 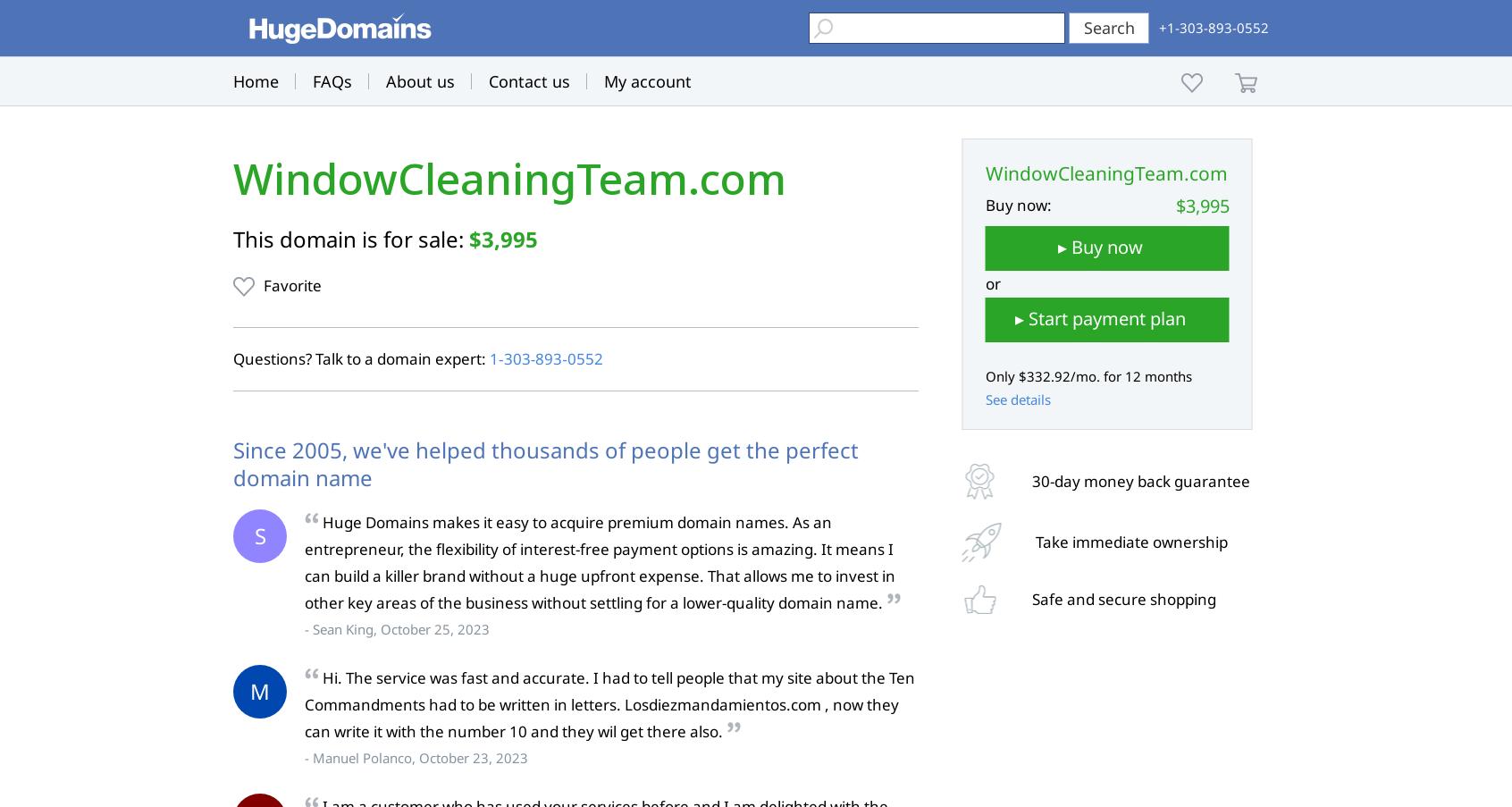 I want to click on 'This domain is for sale:', so click(x=351, y=238).